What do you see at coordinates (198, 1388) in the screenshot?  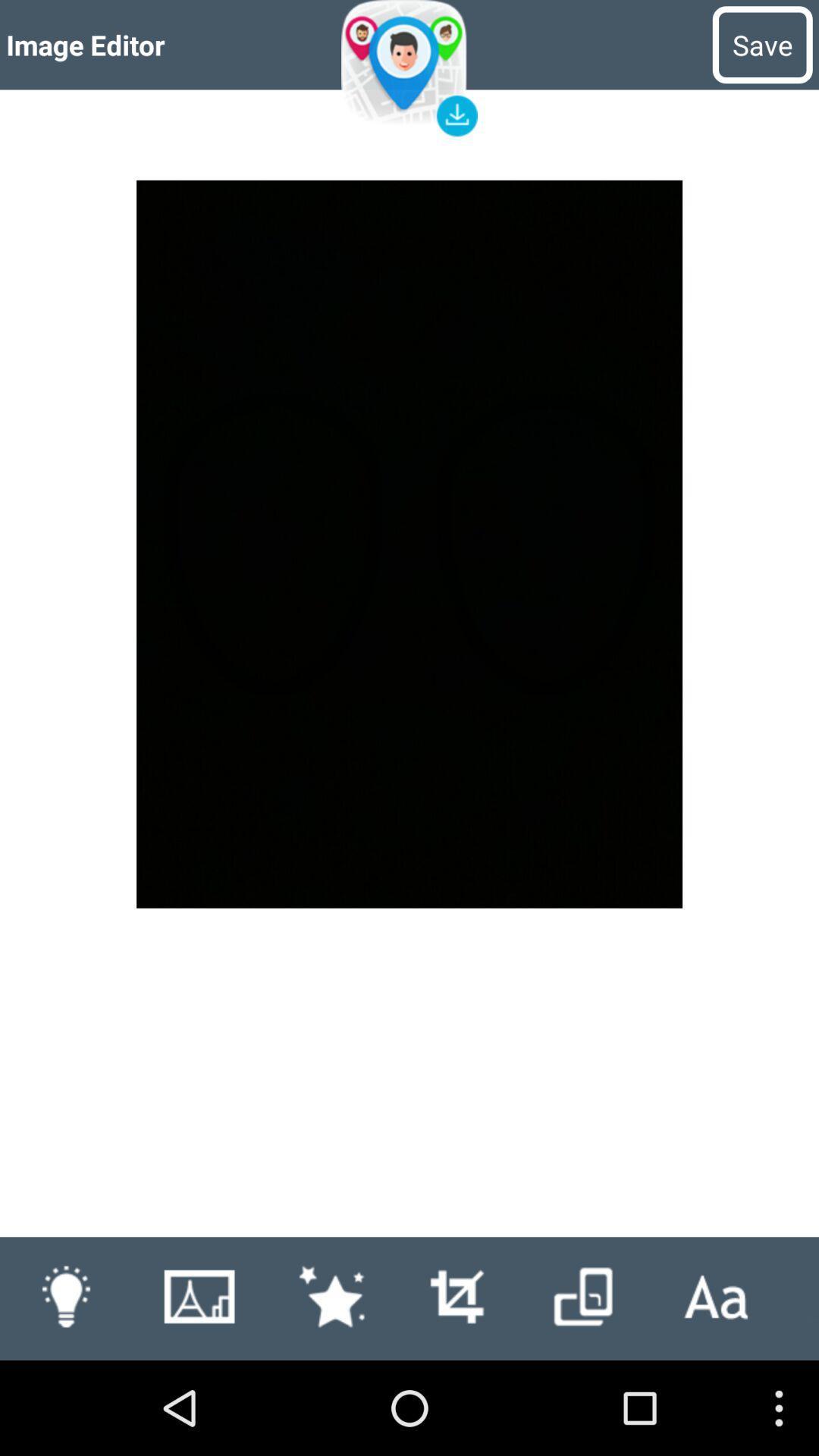 I see `the wallpaper icon` at bounding box center [198, 1388].